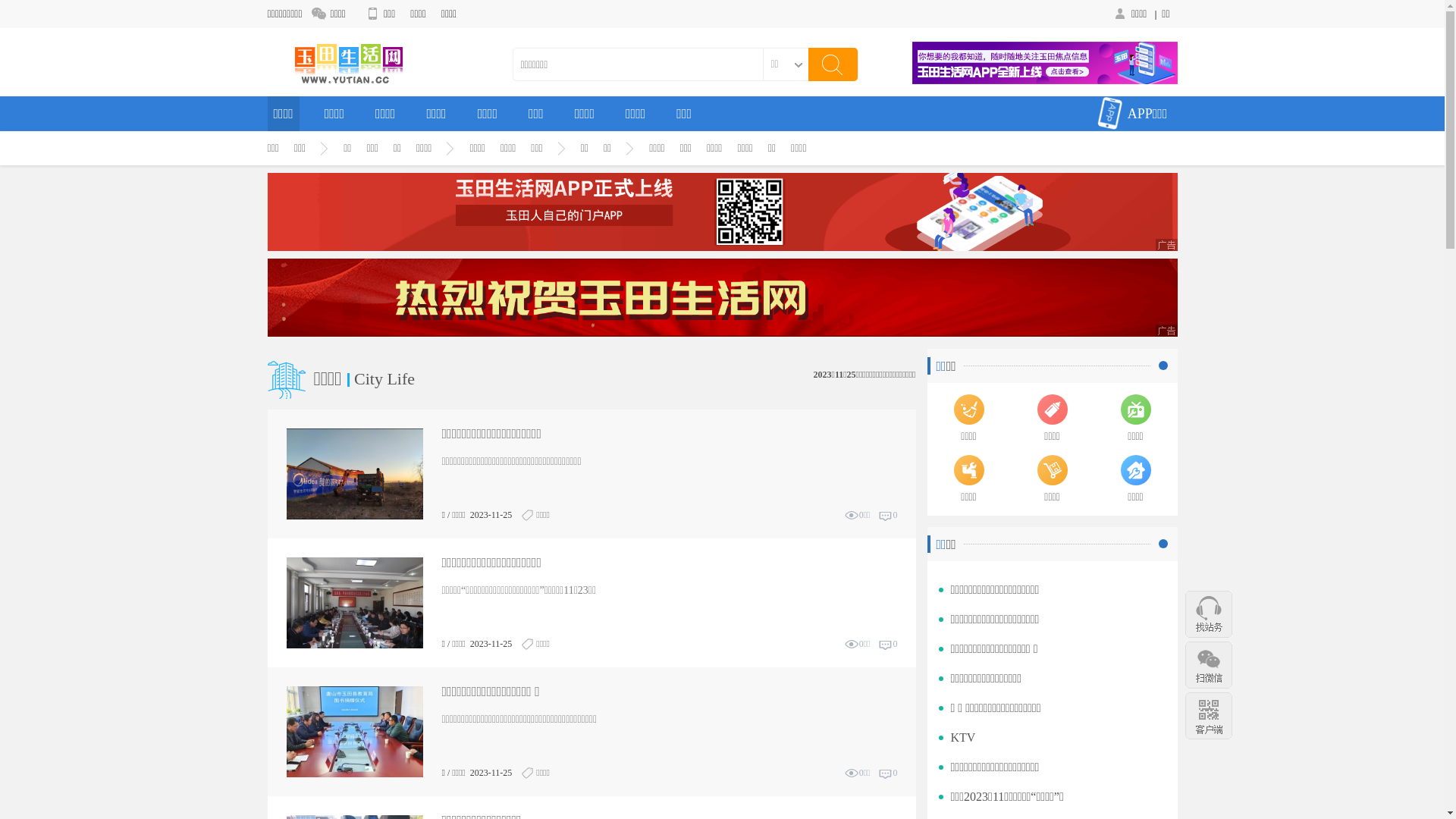 The image size is (1456, 819). Describe the element at coordinates (962, 736) in the screenshot. I see `'KTV'` at that location.